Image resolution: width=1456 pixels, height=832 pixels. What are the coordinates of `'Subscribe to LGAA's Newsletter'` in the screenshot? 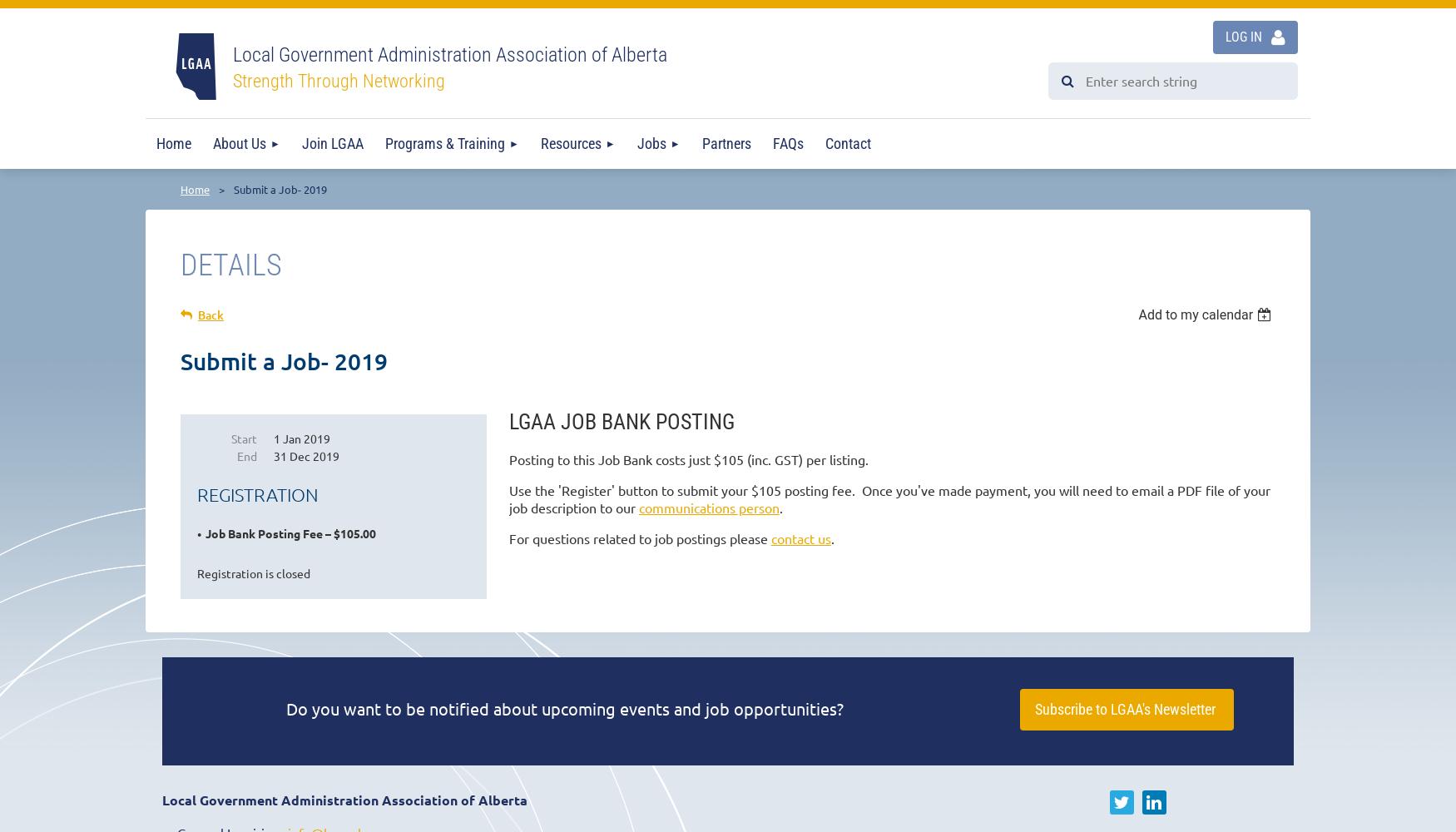 It's located at (1126, 708).